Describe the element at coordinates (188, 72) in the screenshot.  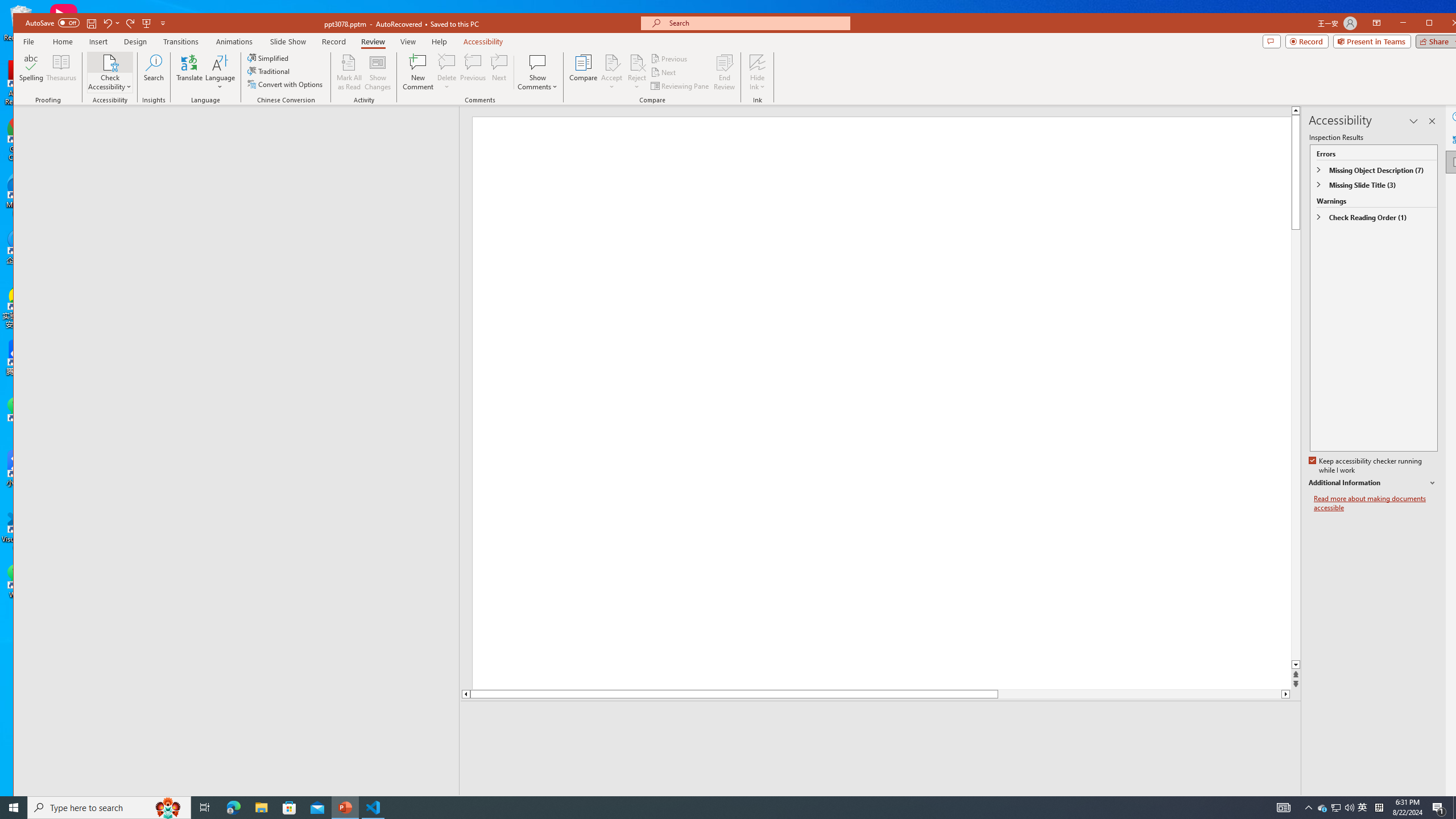
I see `'Translate'` at that location.